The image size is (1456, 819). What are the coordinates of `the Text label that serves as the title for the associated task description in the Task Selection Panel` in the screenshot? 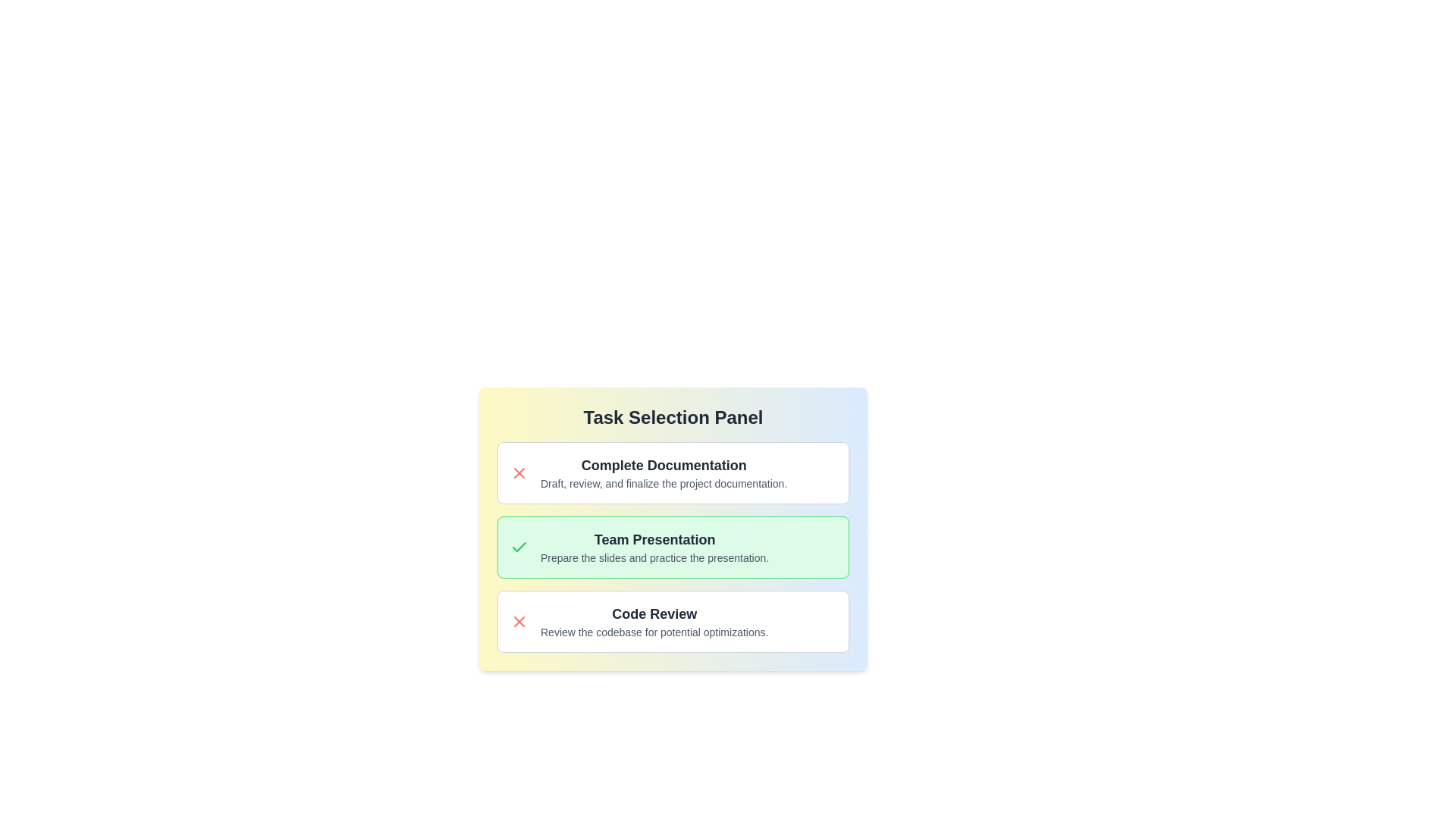 It's located at (654, 614).